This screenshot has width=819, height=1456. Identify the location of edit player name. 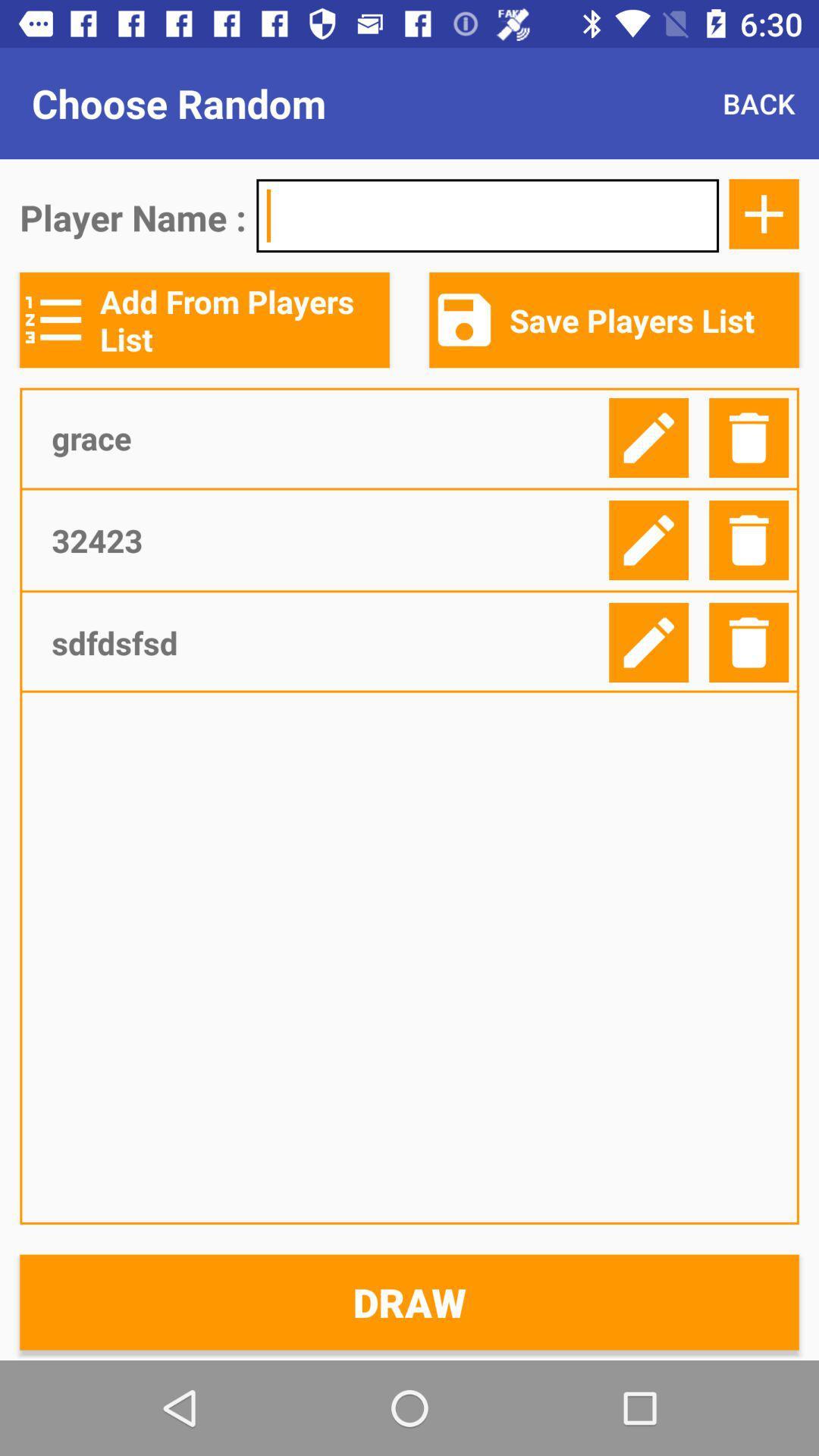
(648, 437).